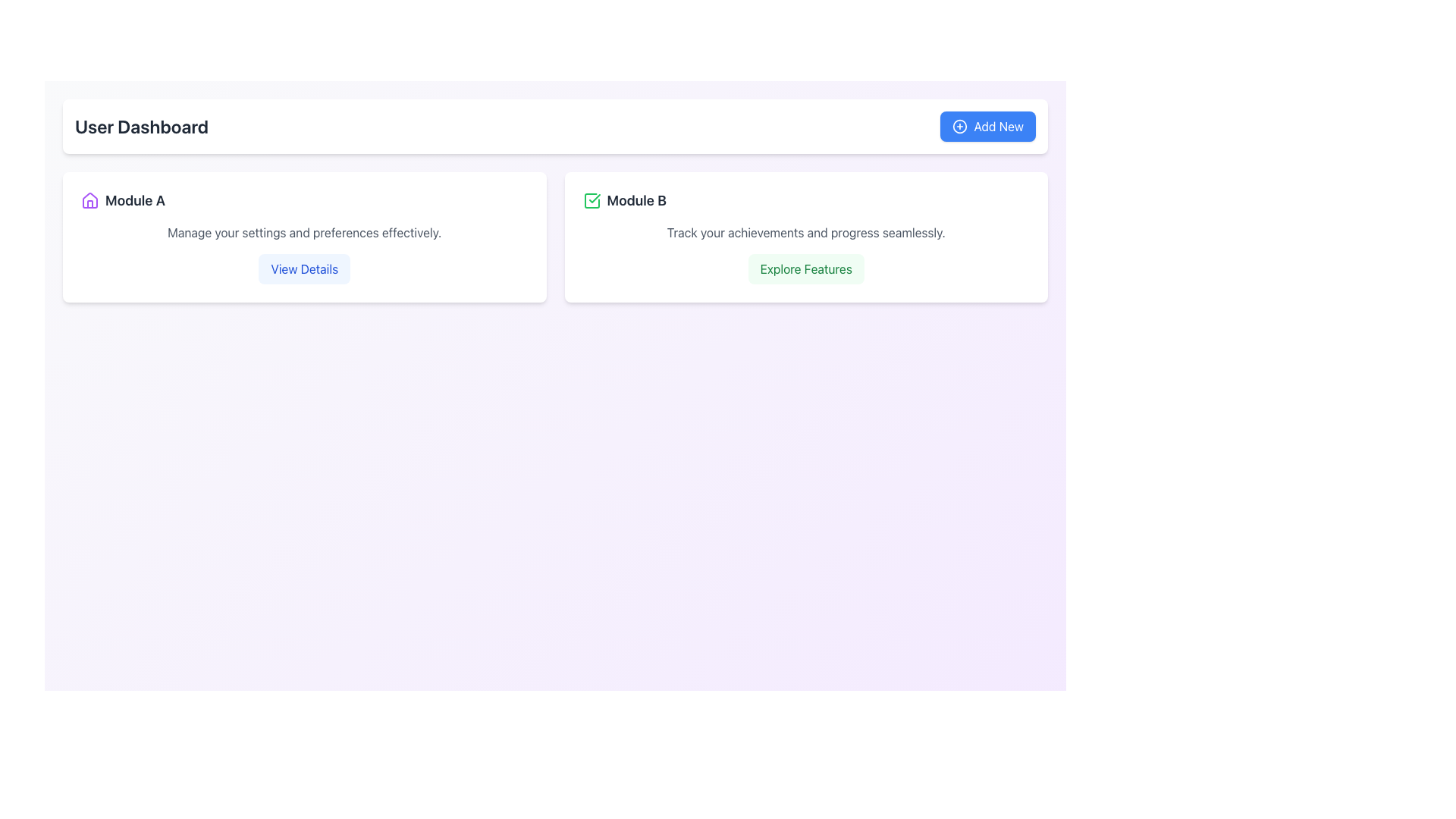  Describe the element at coordinates (959, 125) in the screenshot. I see `the circular icon with a plus sign (+) that is part of the 'Add New' button` at that location.